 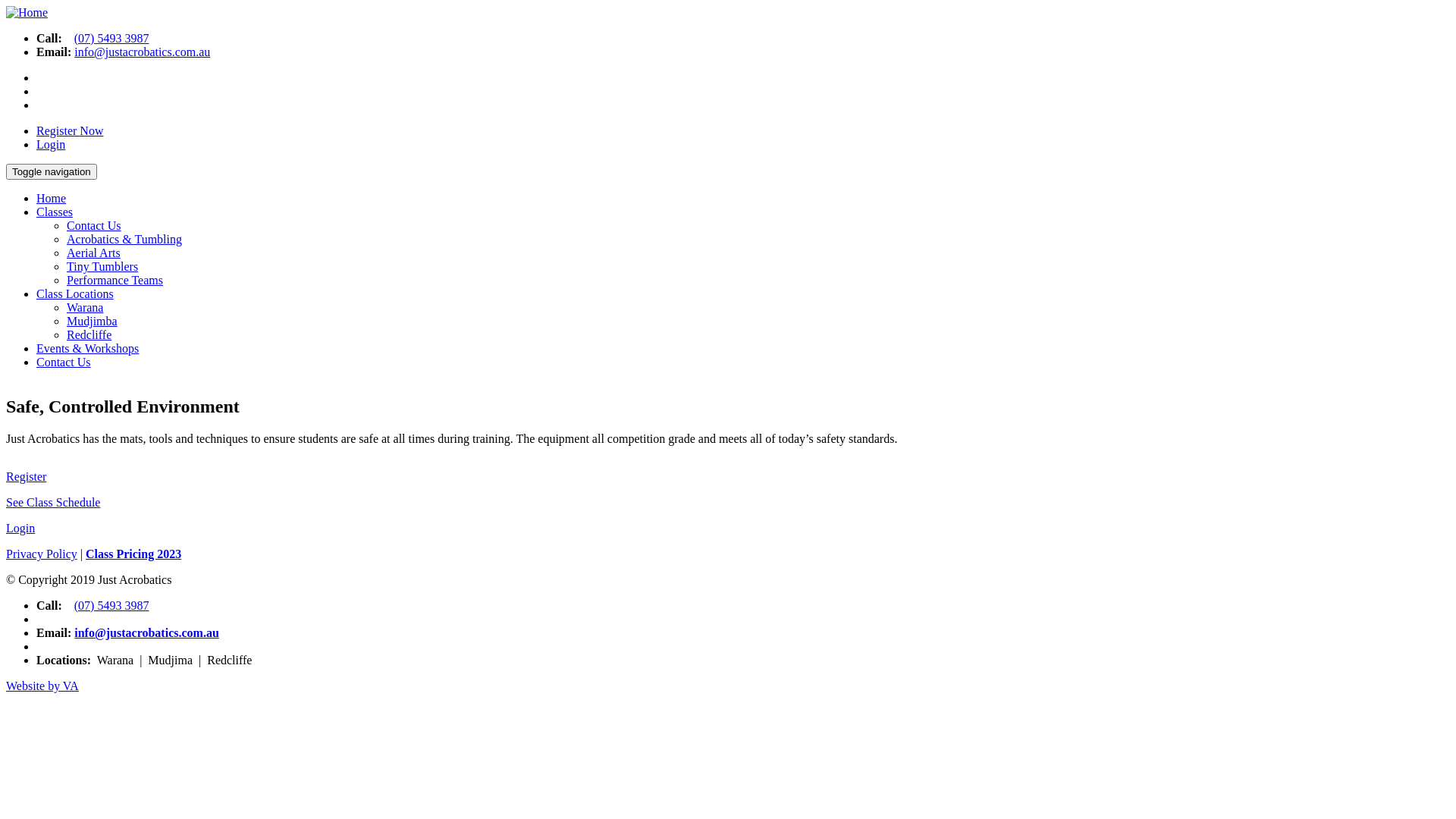 I want to click on 'Classes', so click(x=36, y=212).